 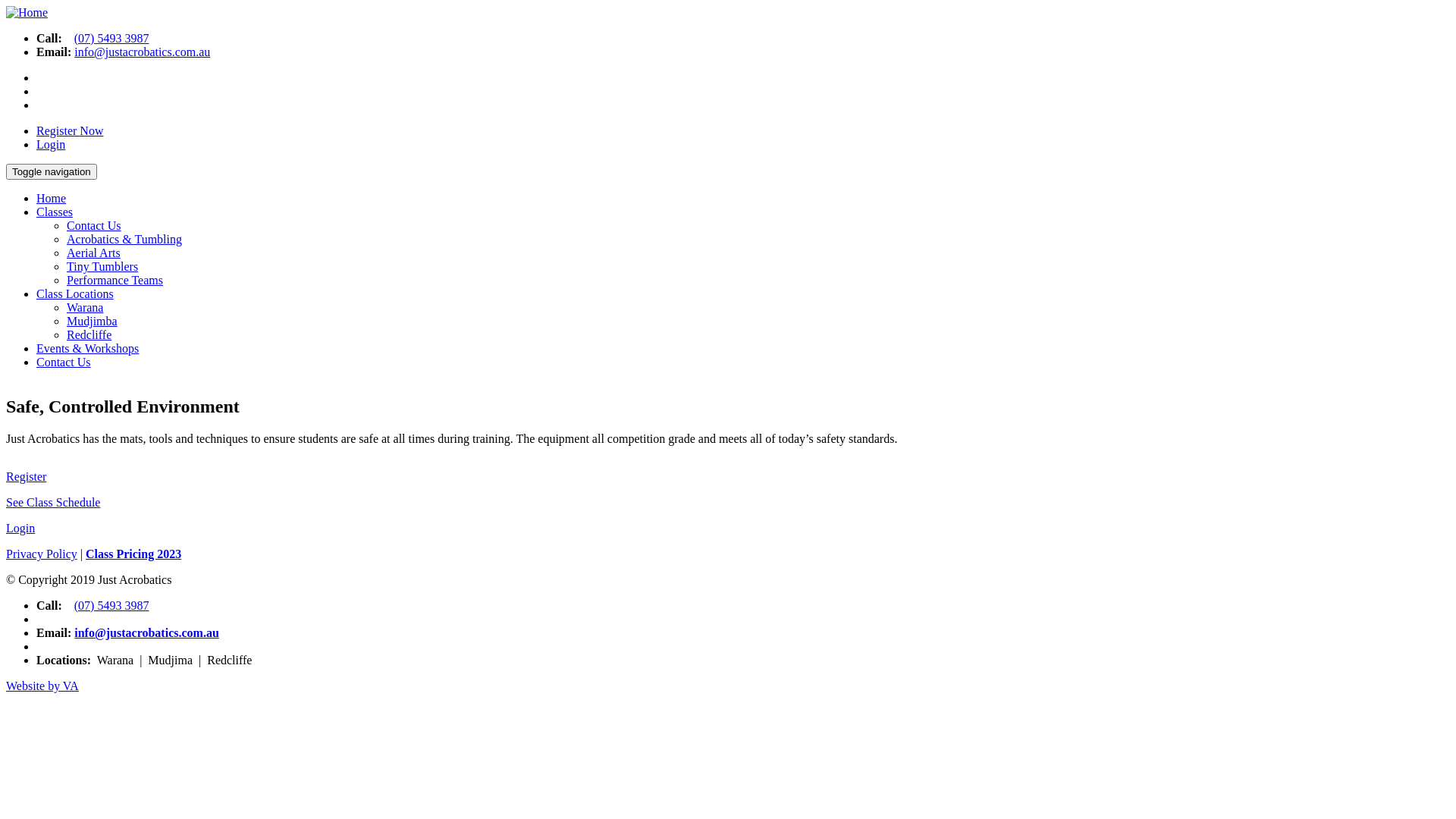 I want to click on 'Classes', so click(x=36, y=212).